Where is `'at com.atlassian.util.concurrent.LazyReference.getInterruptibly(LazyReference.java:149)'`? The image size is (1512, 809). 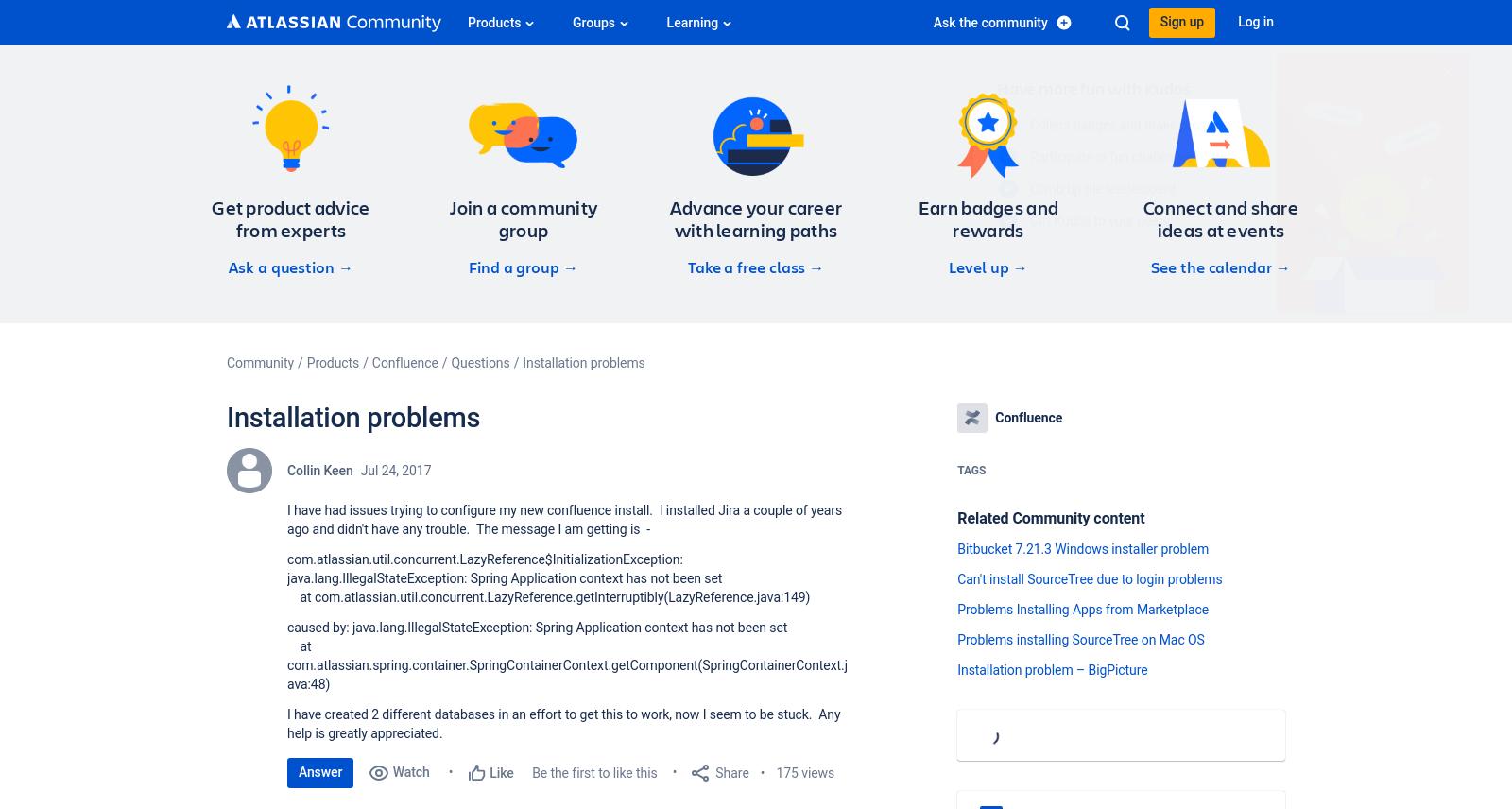 'at com.atlassian.util.concurrent.LazyReference.getInterruptibly(LazyReference.java:149)' is located at coordinates (547, 595).